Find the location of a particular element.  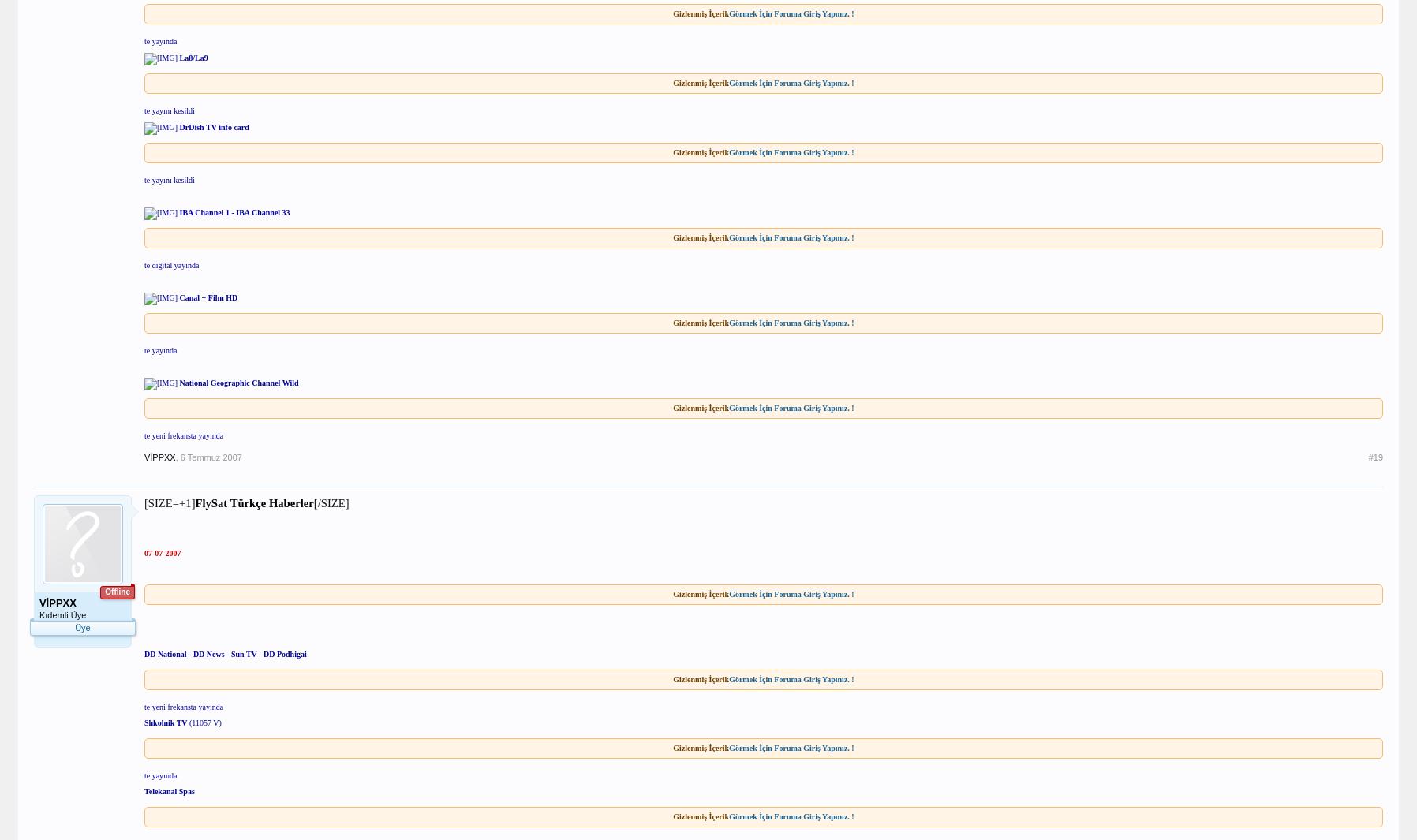

'Offline' is located at coordinates (116, 592).